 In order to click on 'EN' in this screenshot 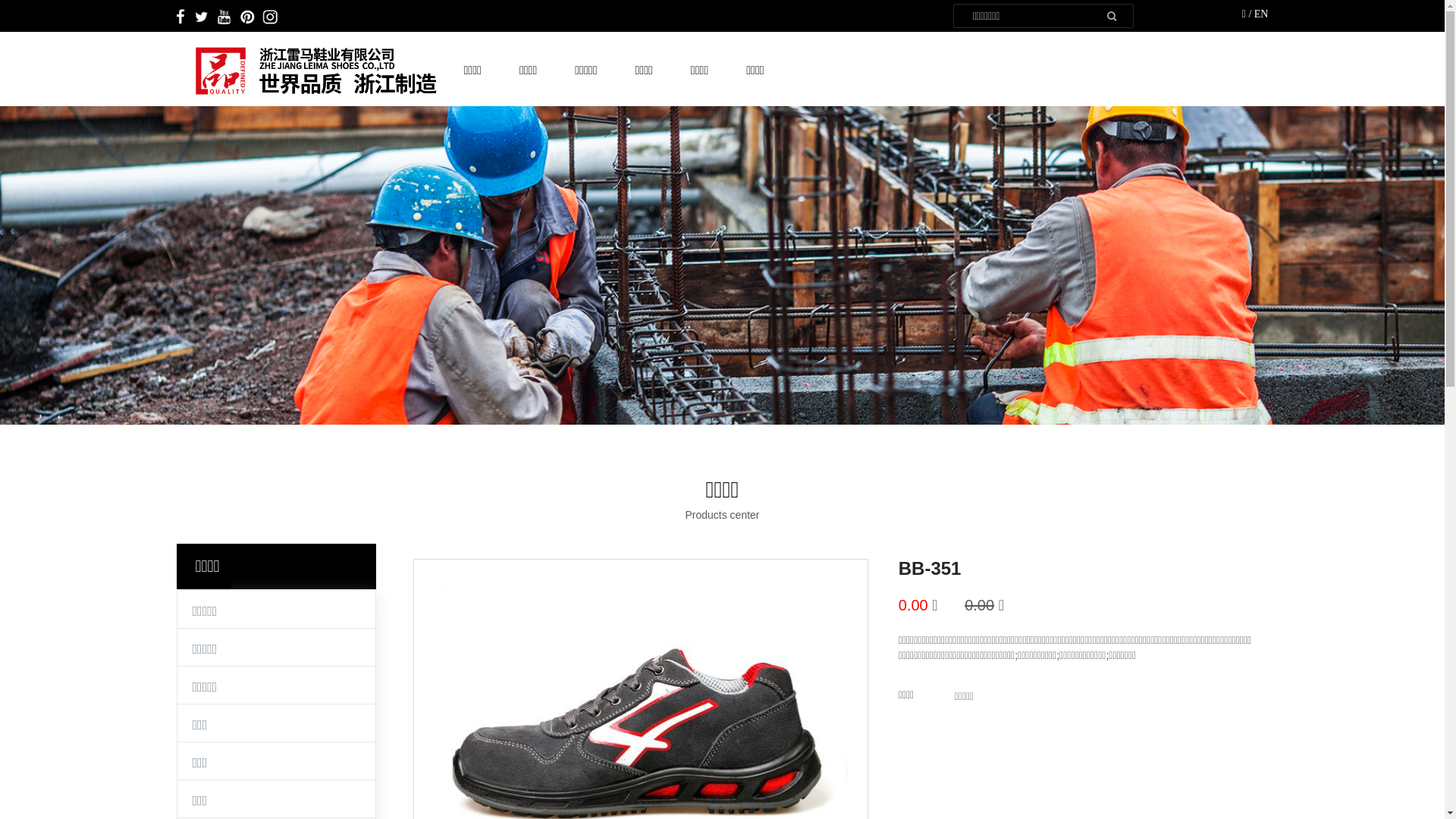, I will do `click(1254, 14)`.